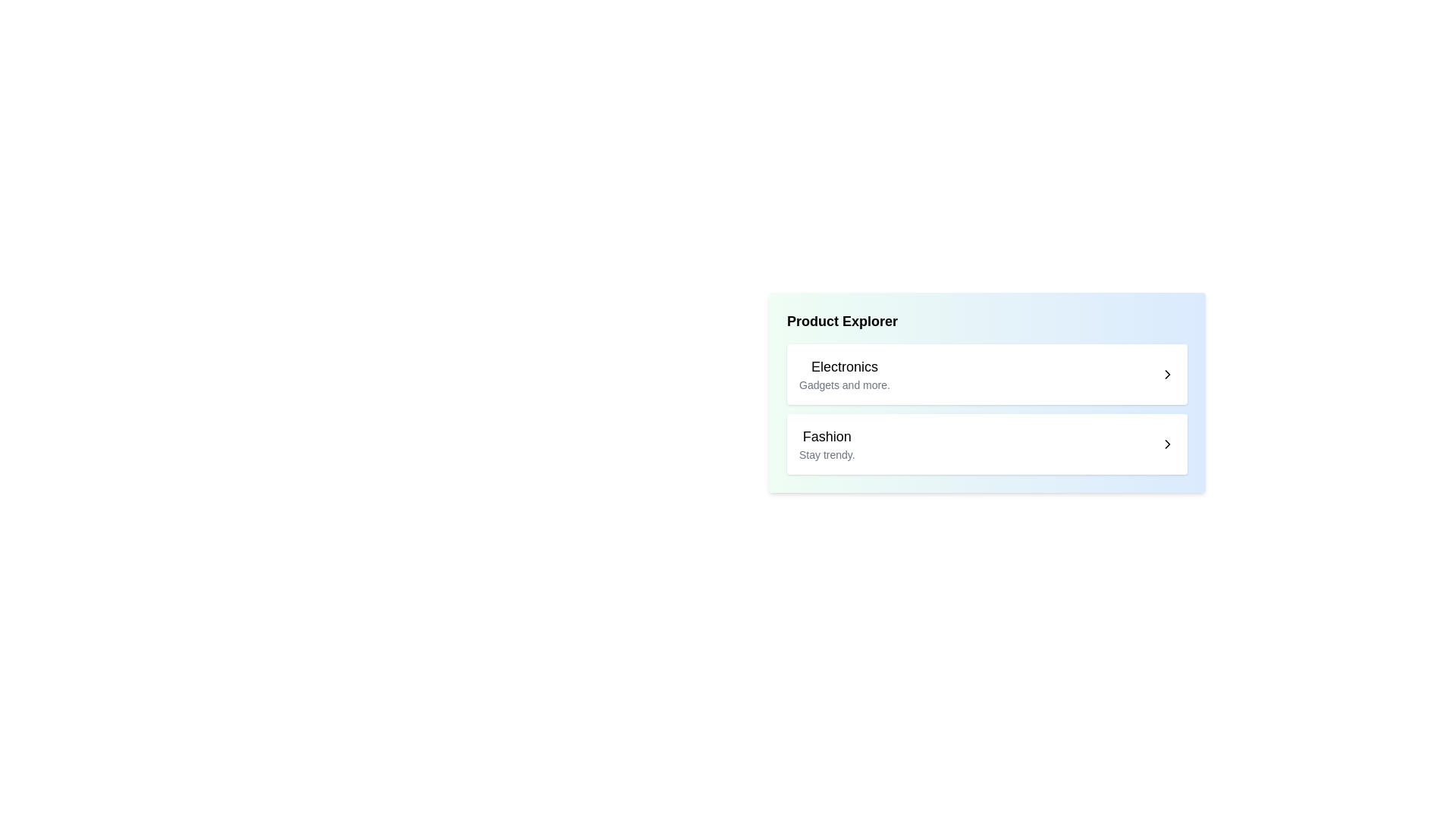  What do you see at coordinates (826, 436) in the screenshot?
I see `the bold text label reading 'Fashion' located centrally in the second row of the 'Product Explorer' section, above the smaller gray text 'Stay trendy.'` at bounding box center [826, 436].